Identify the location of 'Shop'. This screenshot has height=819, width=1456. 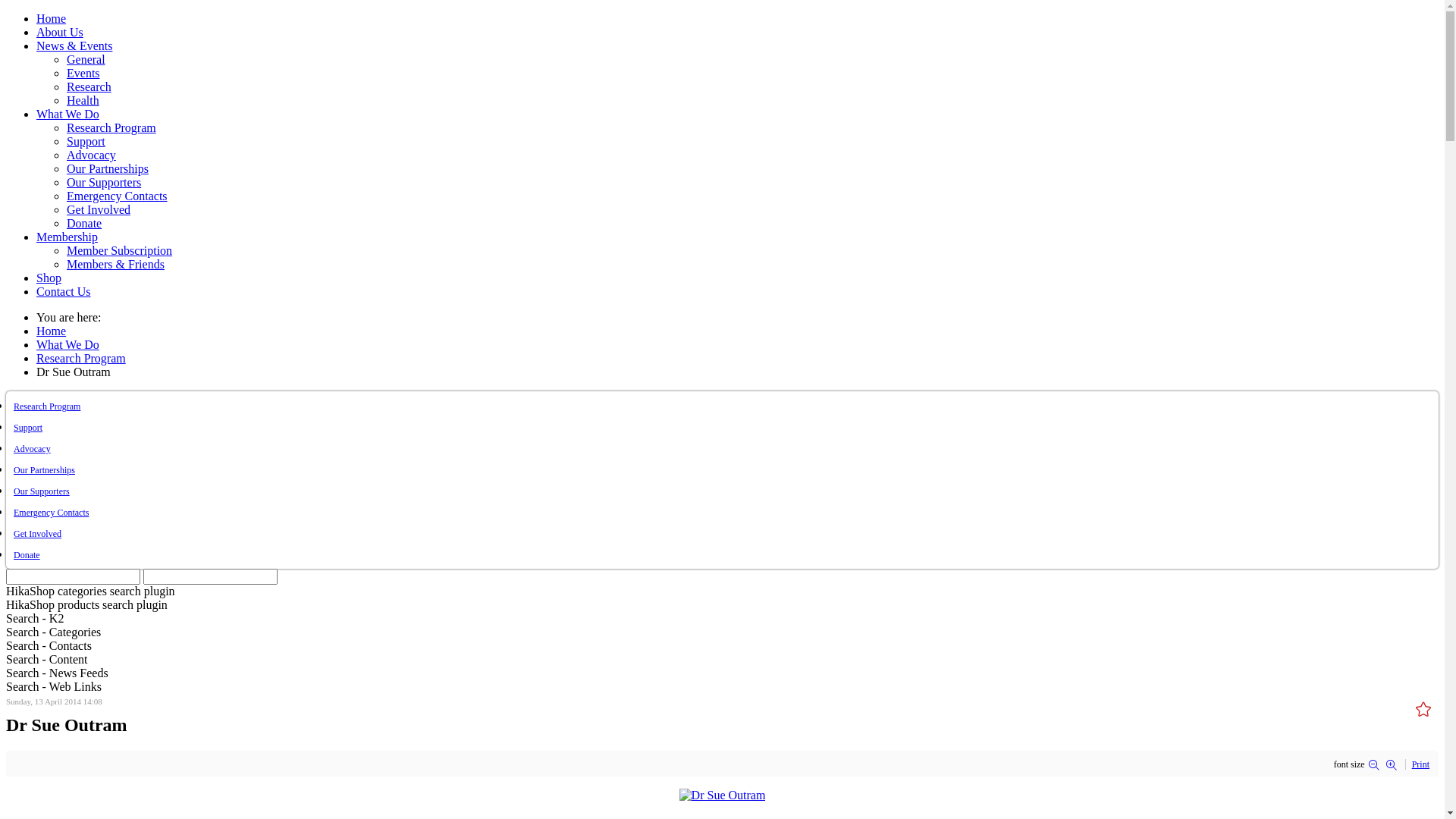
(36, 278).